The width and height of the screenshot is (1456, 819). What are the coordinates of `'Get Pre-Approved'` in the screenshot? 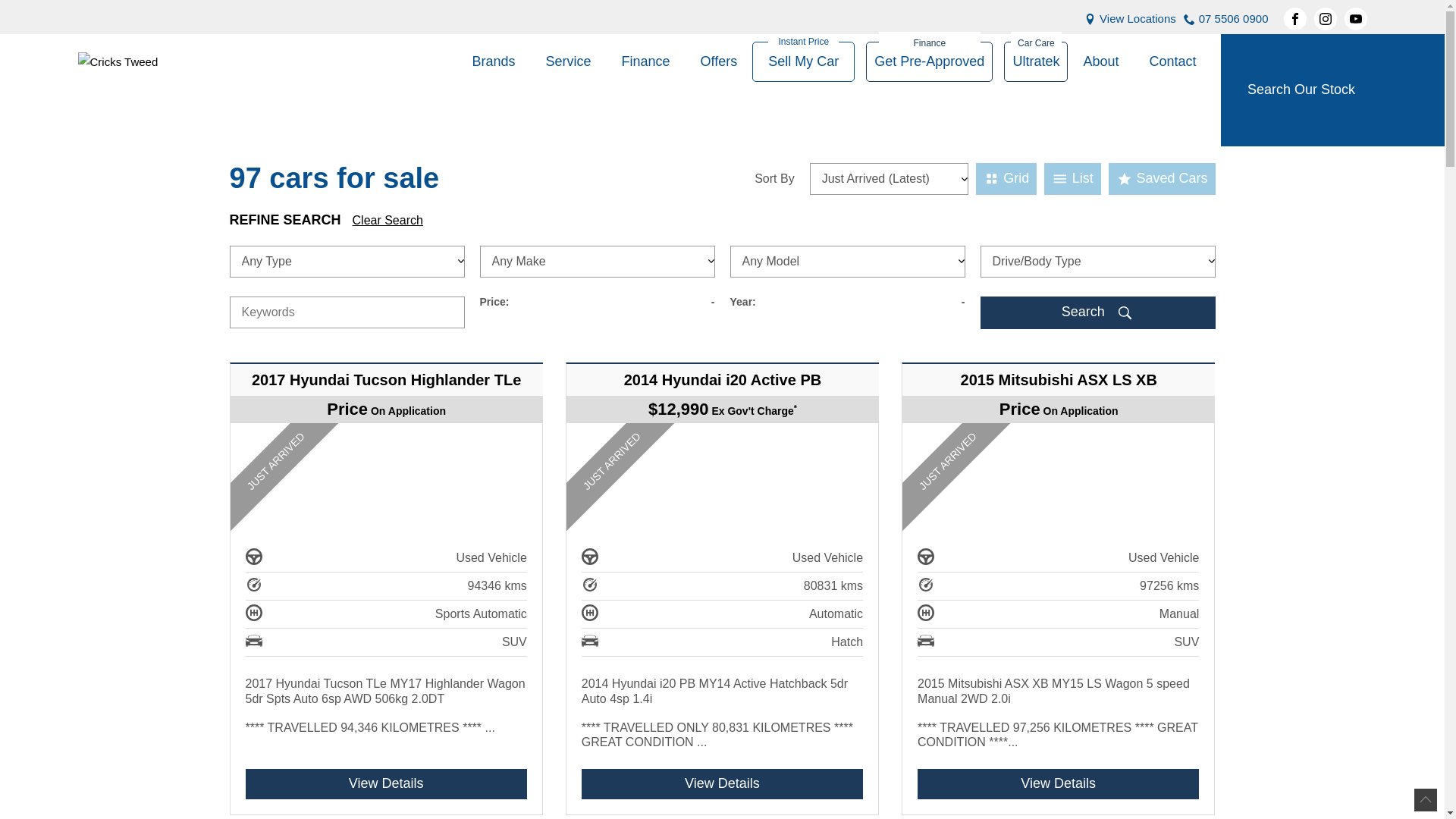 It's located at (928, 61).